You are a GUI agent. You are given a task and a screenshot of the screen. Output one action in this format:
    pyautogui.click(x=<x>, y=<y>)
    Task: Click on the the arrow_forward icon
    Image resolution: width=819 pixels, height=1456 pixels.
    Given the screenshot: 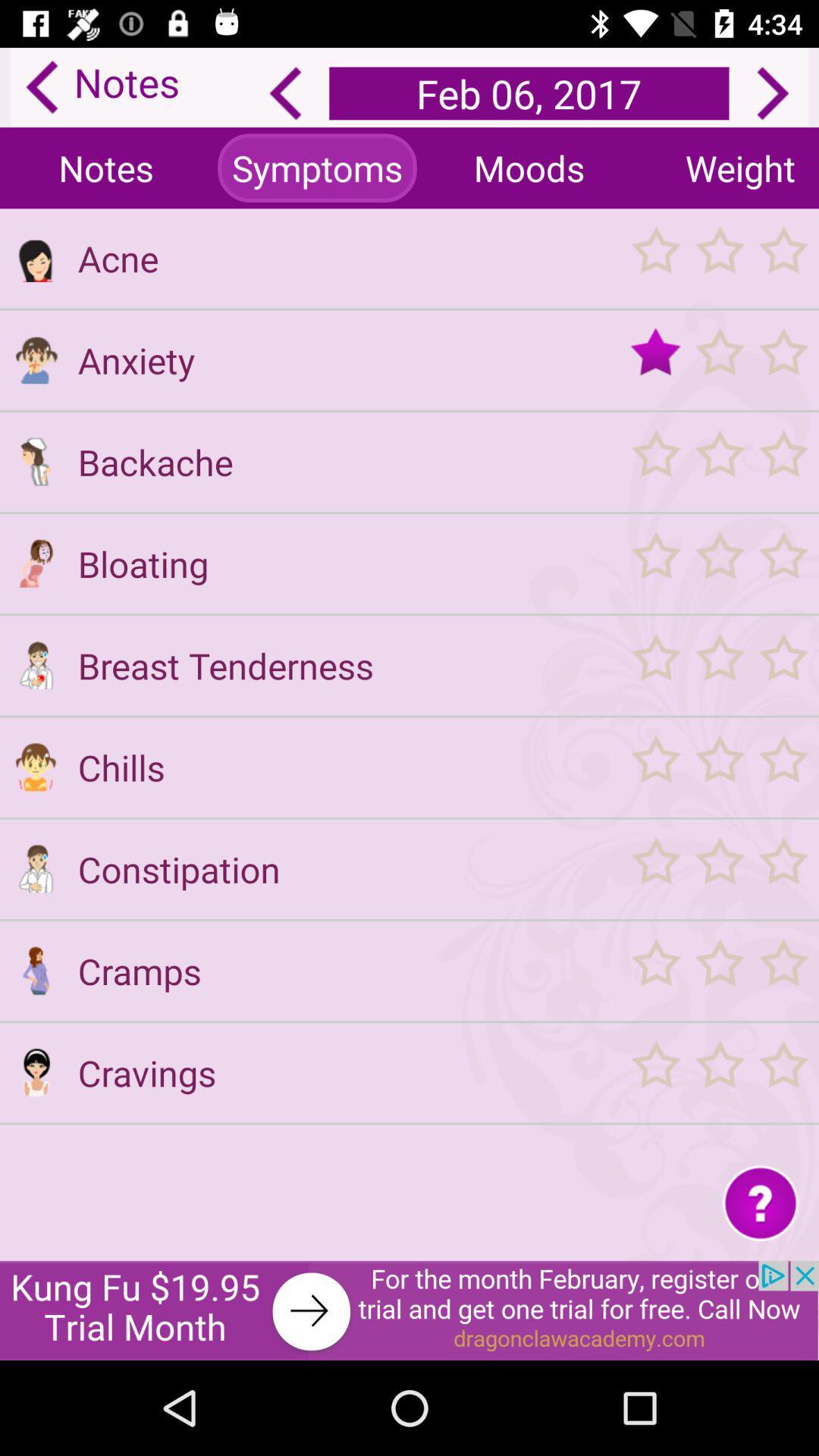 What is the action you would take?
    pyautogui.click(x=773, y=93)
    